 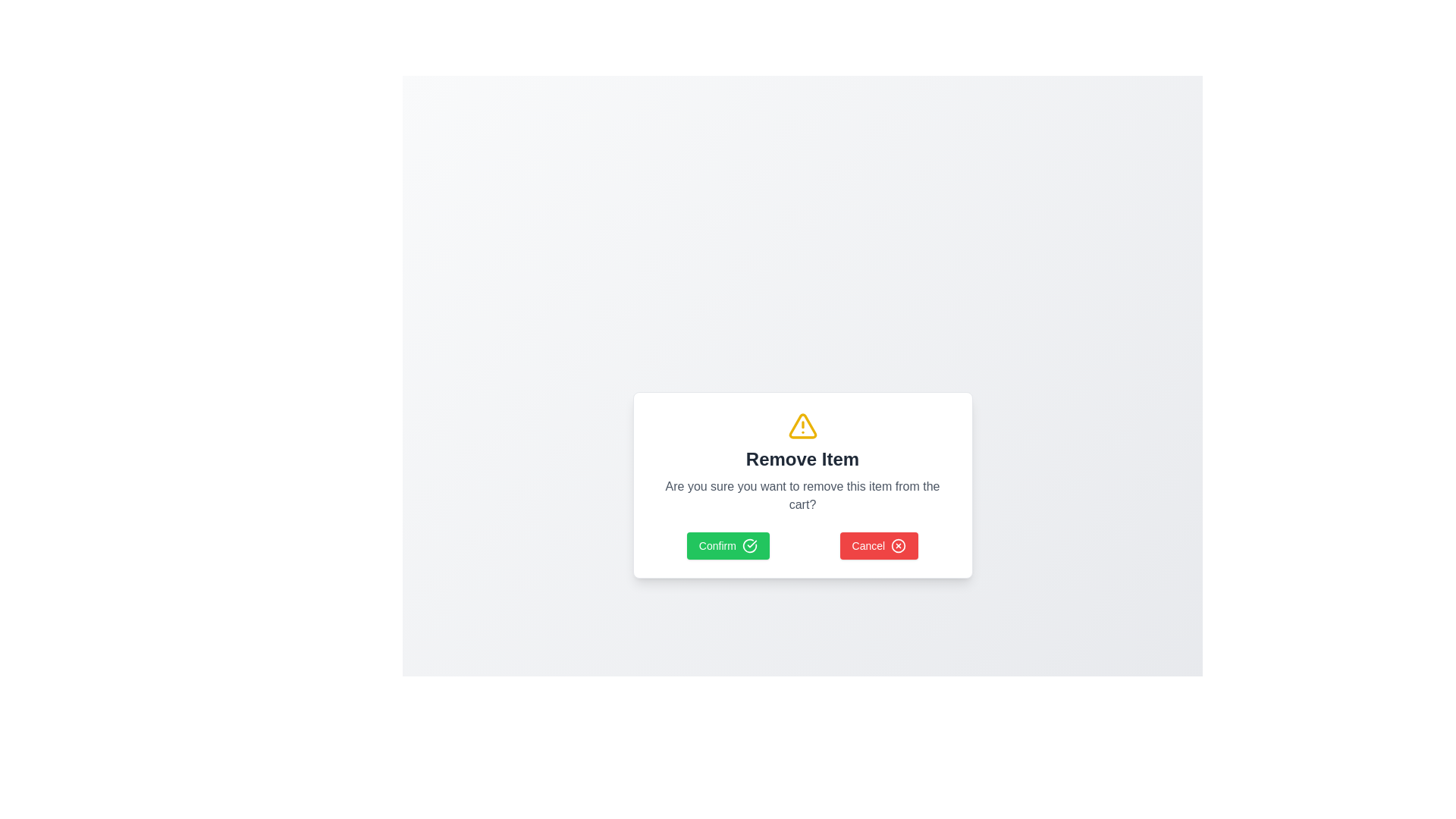 What do you see at coordinates (749, 546) in the screenshot?
I see `the visual representation of the icon graphic located within the 'Confirm' button, which indicates a positive action confirmation` at bounding box center [749, 546].